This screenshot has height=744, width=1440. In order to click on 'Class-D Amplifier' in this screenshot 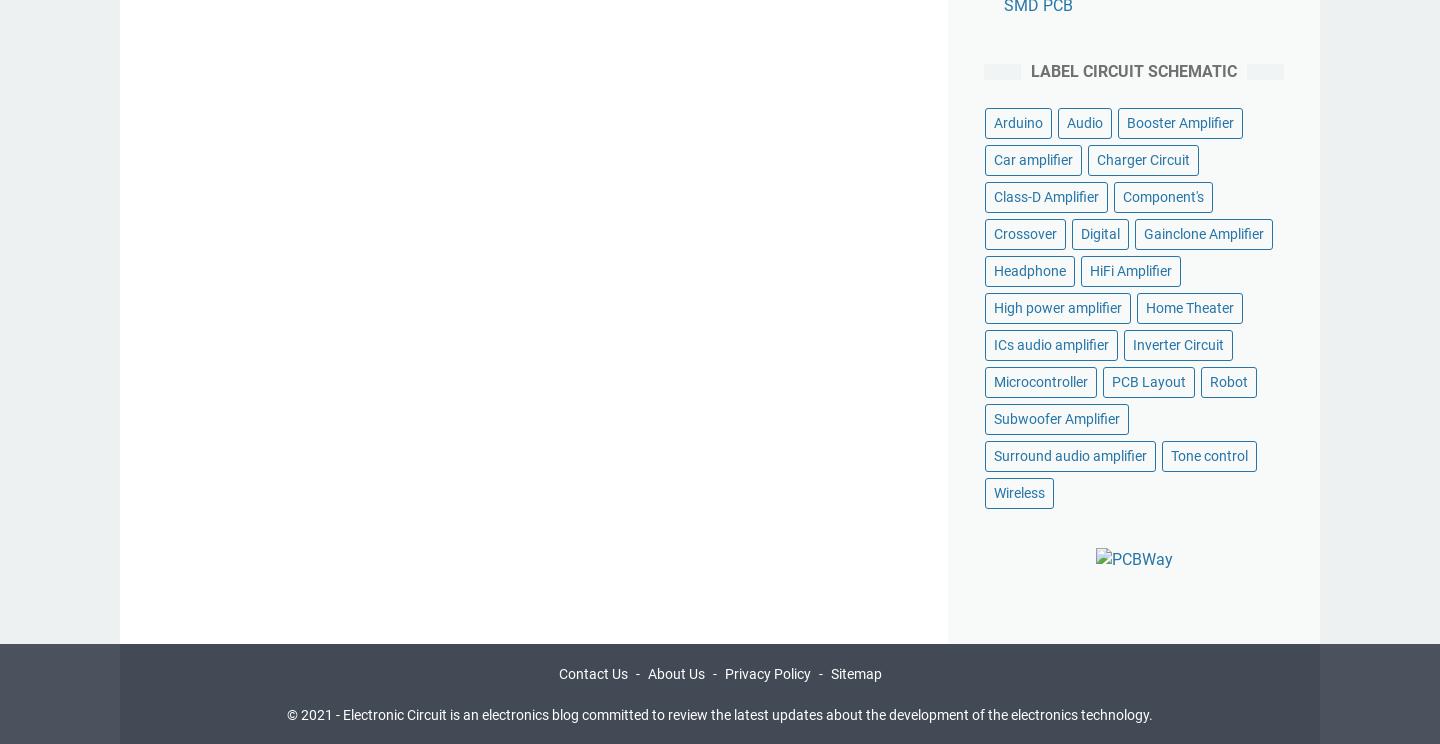, I will do `click(1046, 197)`.